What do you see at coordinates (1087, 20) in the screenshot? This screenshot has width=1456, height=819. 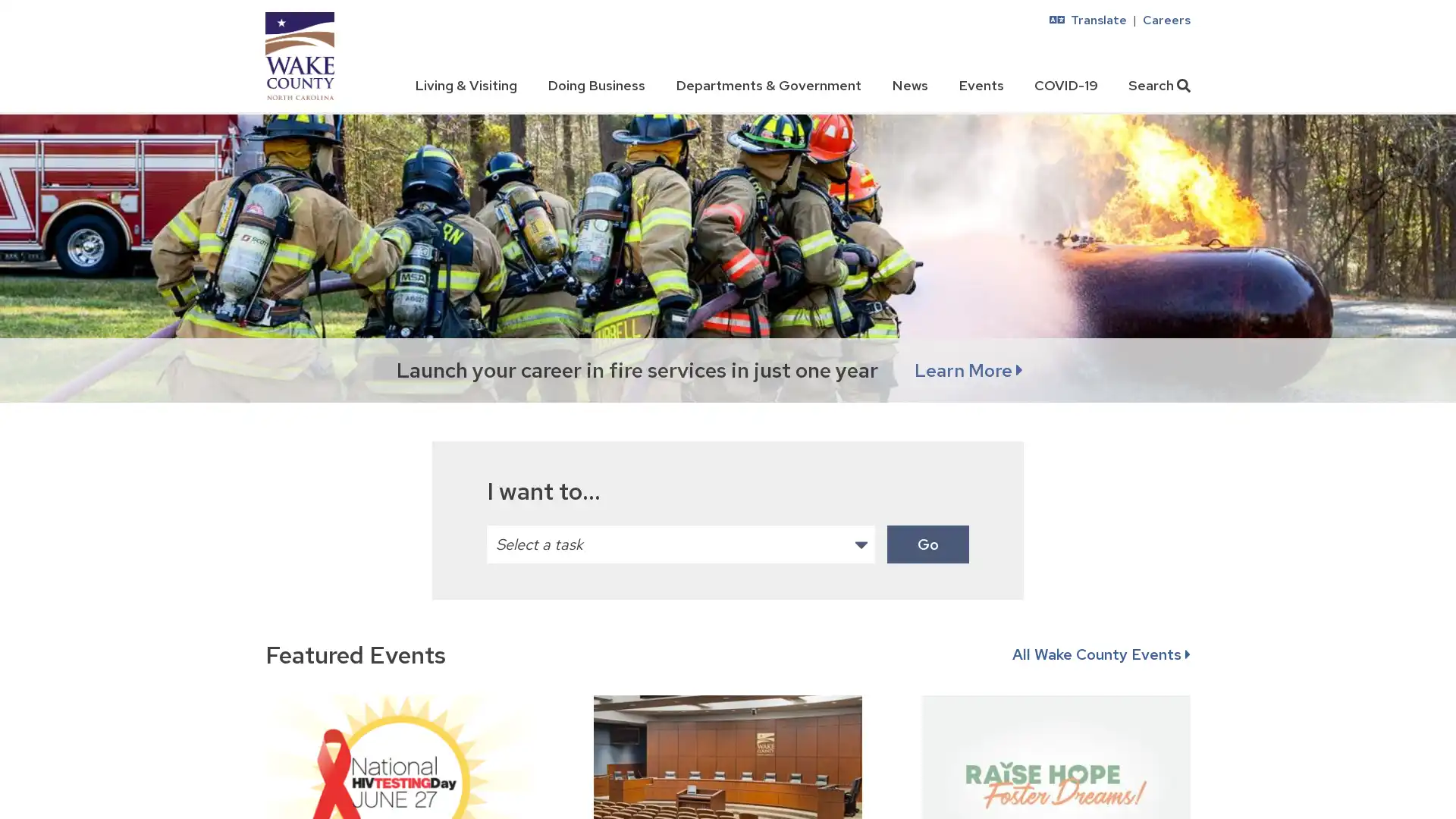 I see `Translate` at bounding box center [1087, 20].